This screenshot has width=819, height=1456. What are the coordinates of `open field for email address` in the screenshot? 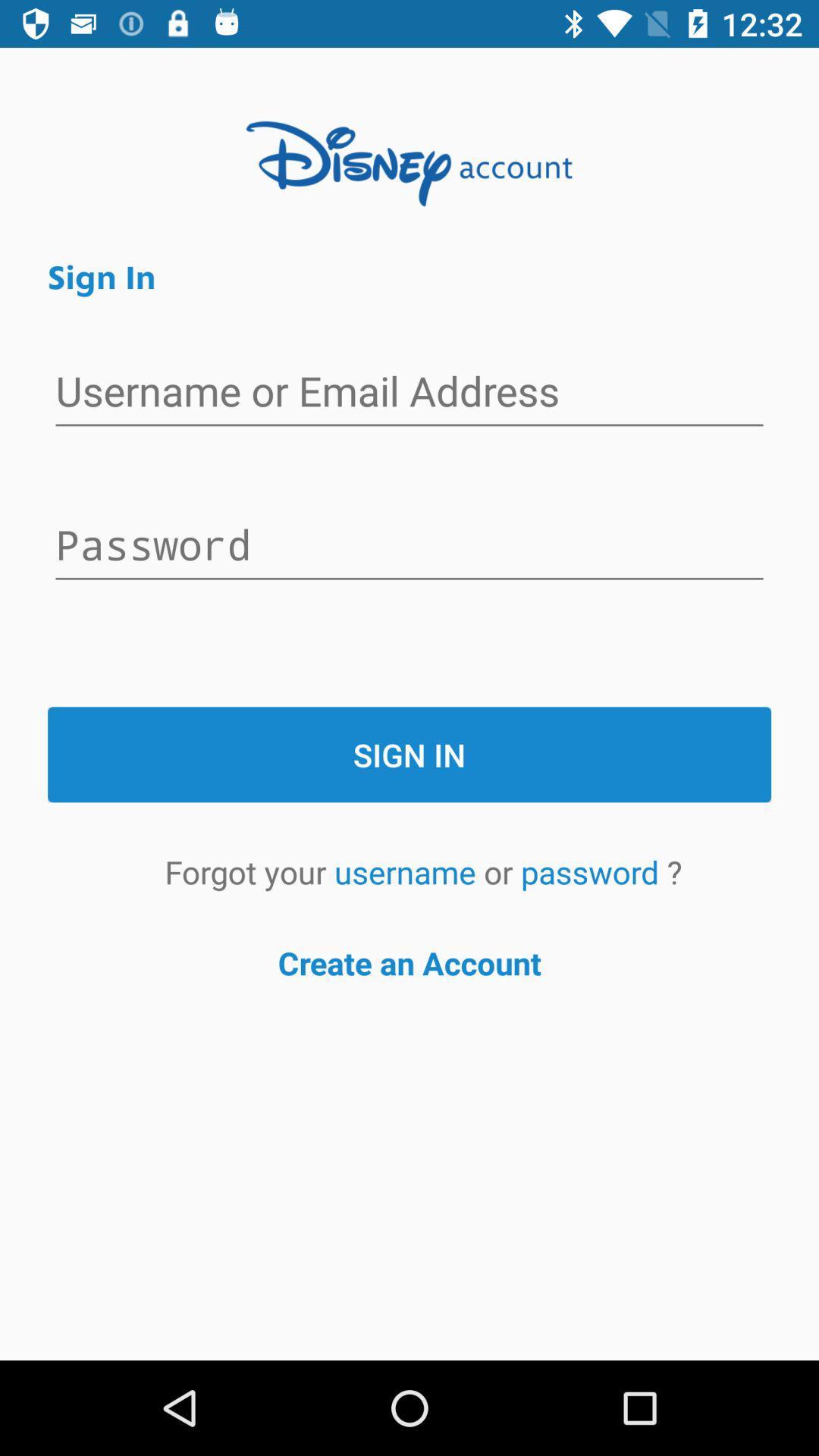 It's located at (409, 393).